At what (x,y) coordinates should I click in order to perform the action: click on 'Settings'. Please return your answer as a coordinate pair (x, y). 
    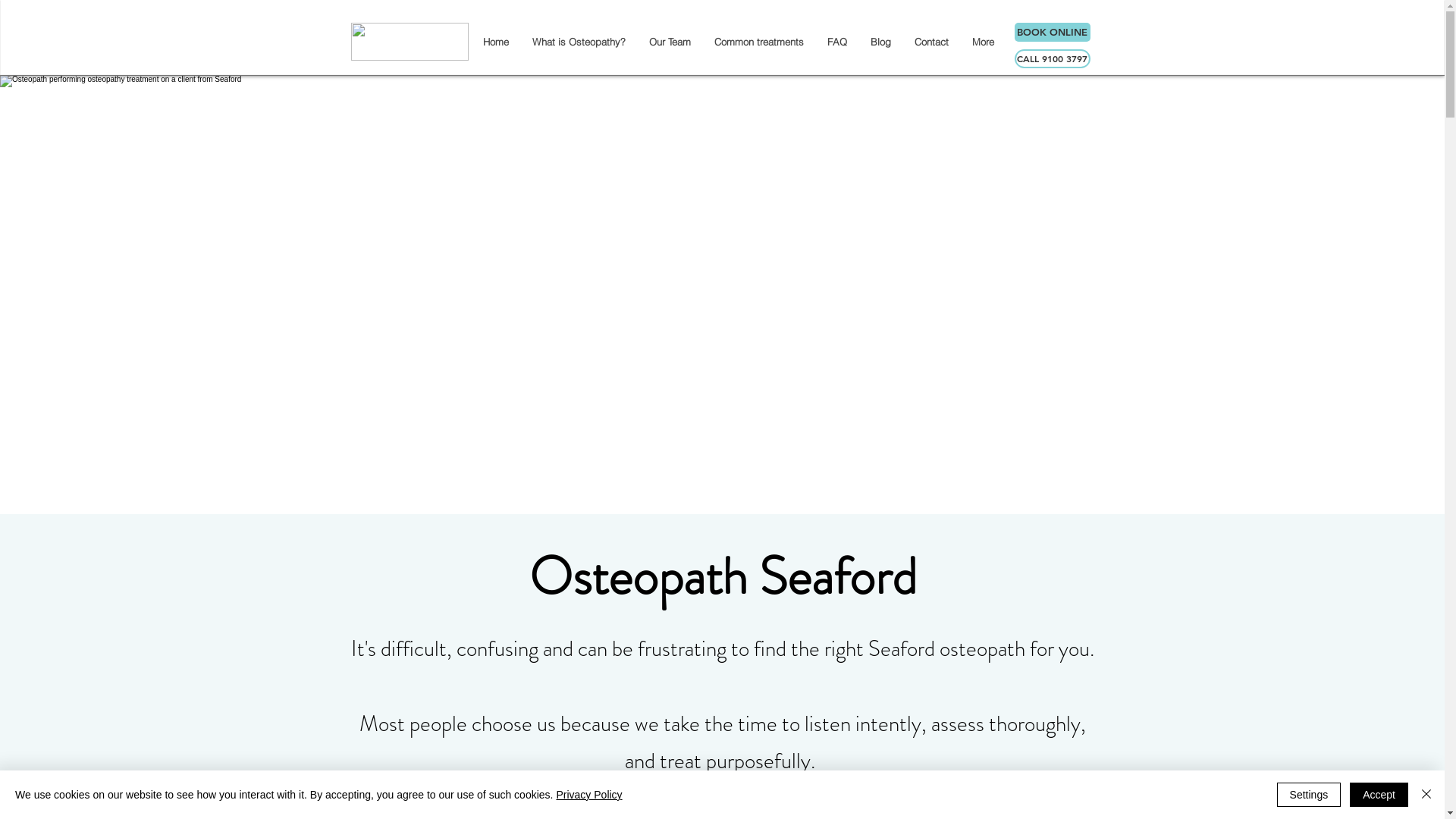
    Looking at the image, I should click on (1308, 794).